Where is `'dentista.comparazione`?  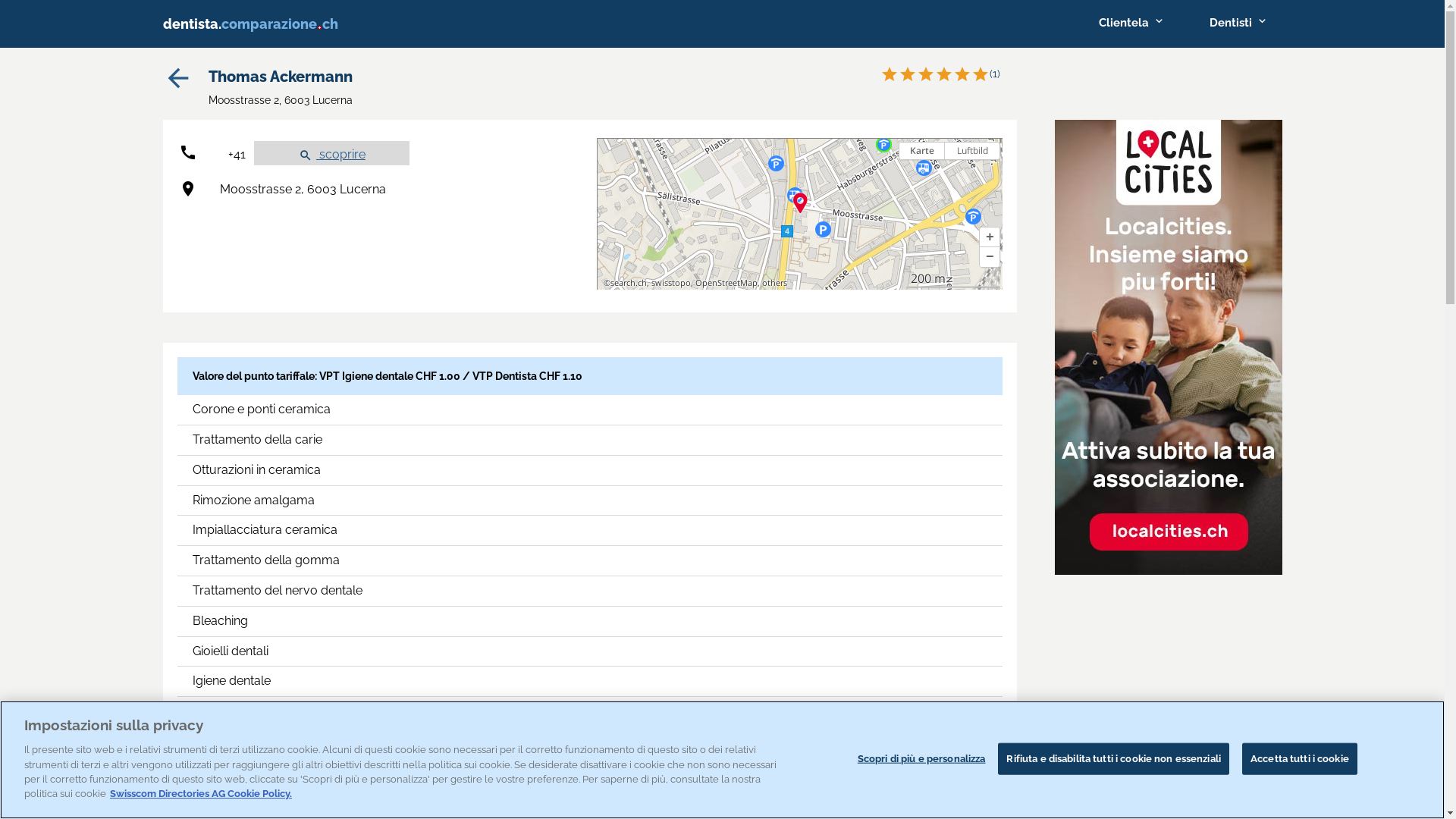
'dentista.comparazione is located at coordinates (261, 24).